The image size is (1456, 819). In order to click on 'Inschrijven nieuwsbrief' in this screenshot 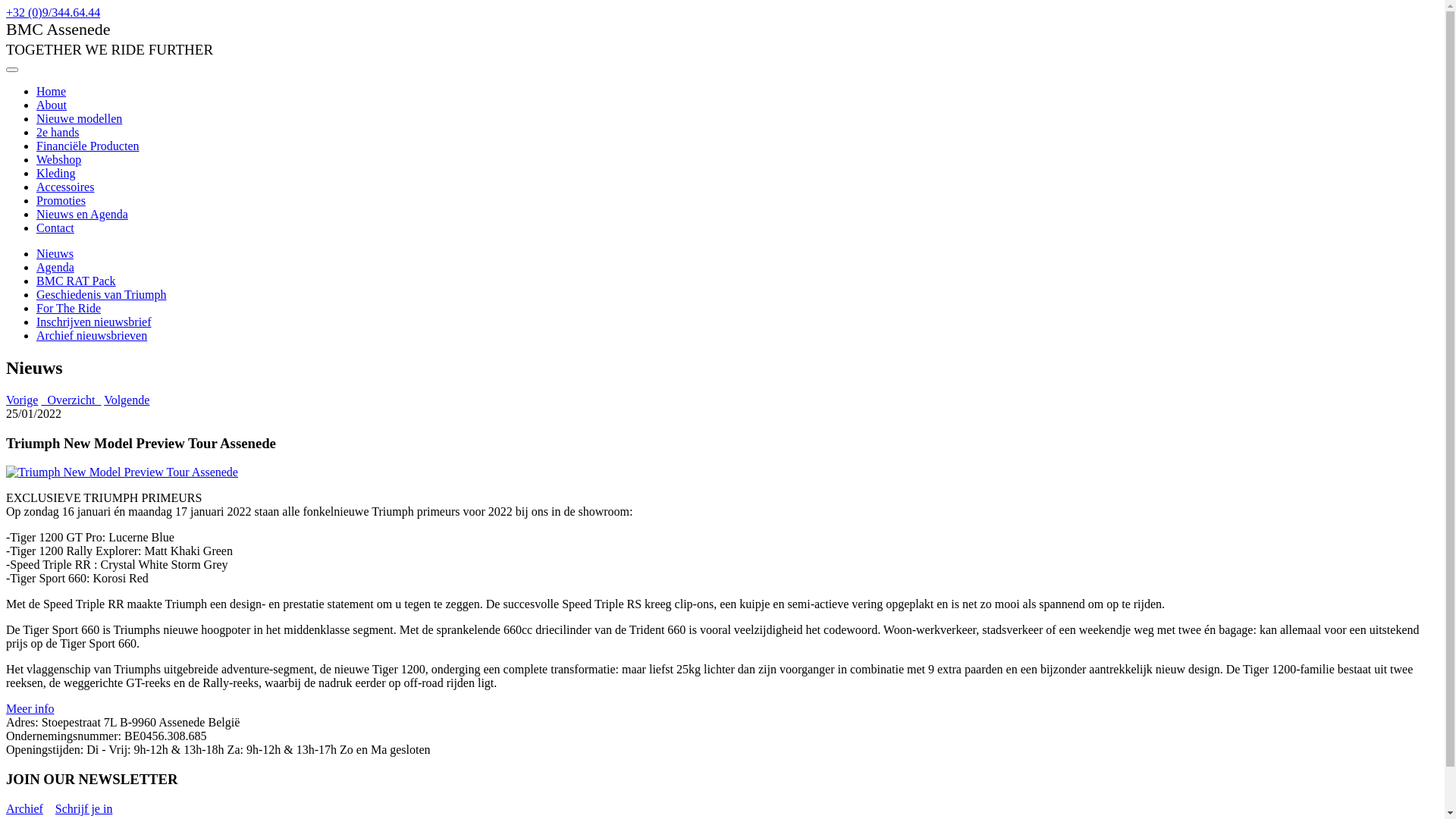, I will do `click(93, 321)`.